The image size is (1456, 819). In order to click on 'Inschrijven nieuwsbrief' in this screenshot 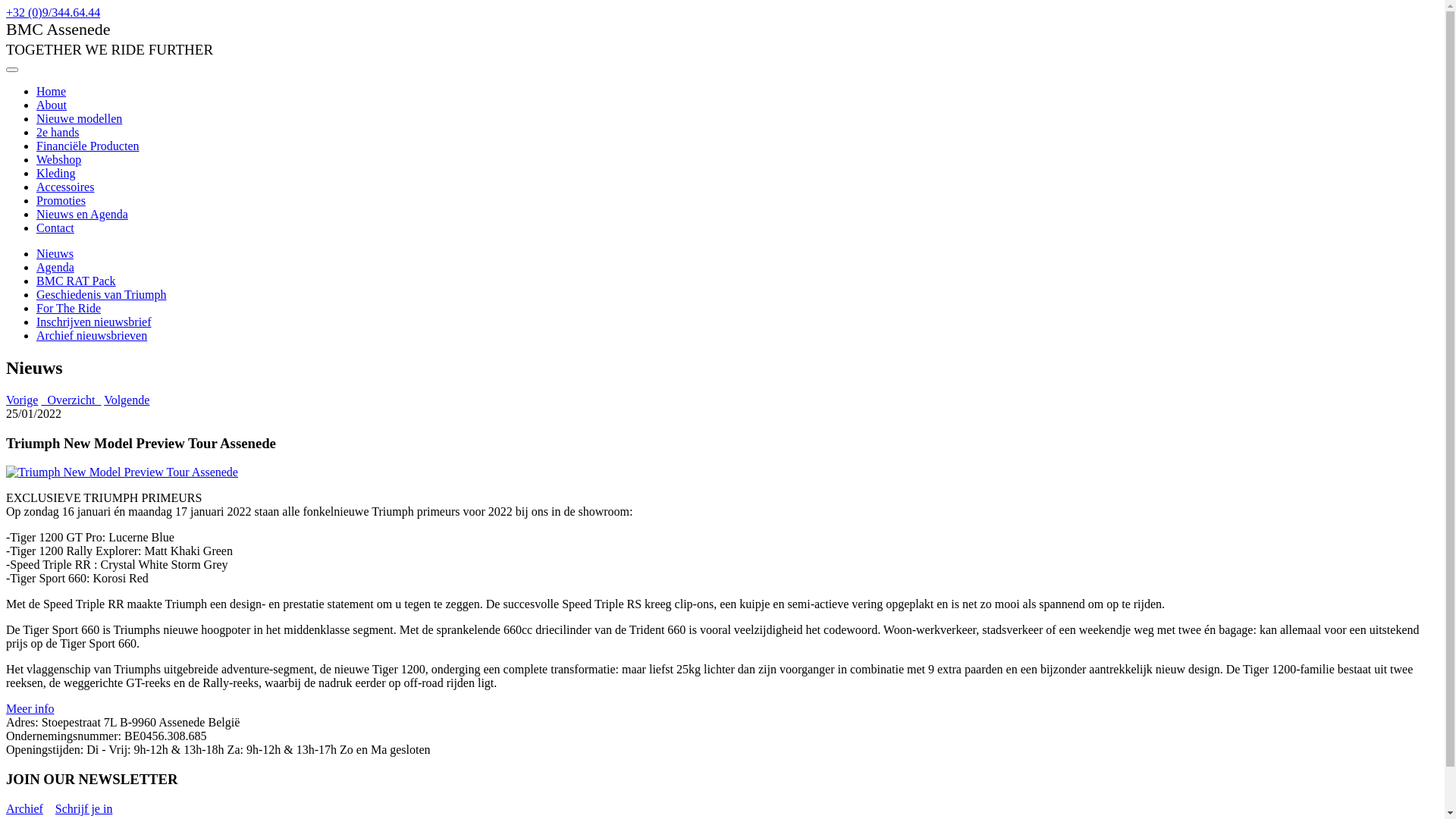, I will do `click(93, 321)`.